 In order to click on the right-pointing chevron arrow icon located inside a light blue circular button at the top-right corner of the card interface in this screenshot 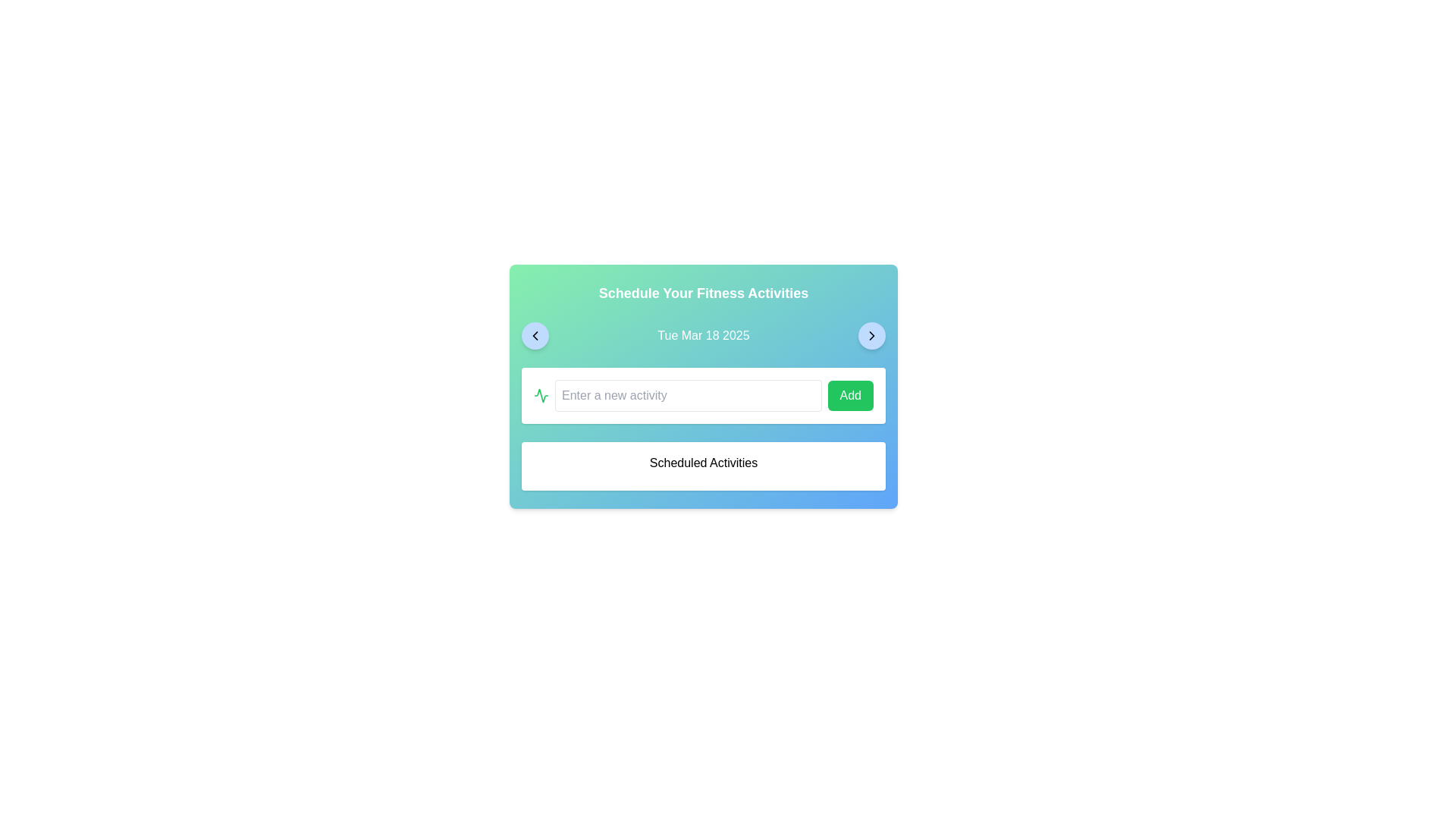, I will do `click(872, 335)`.